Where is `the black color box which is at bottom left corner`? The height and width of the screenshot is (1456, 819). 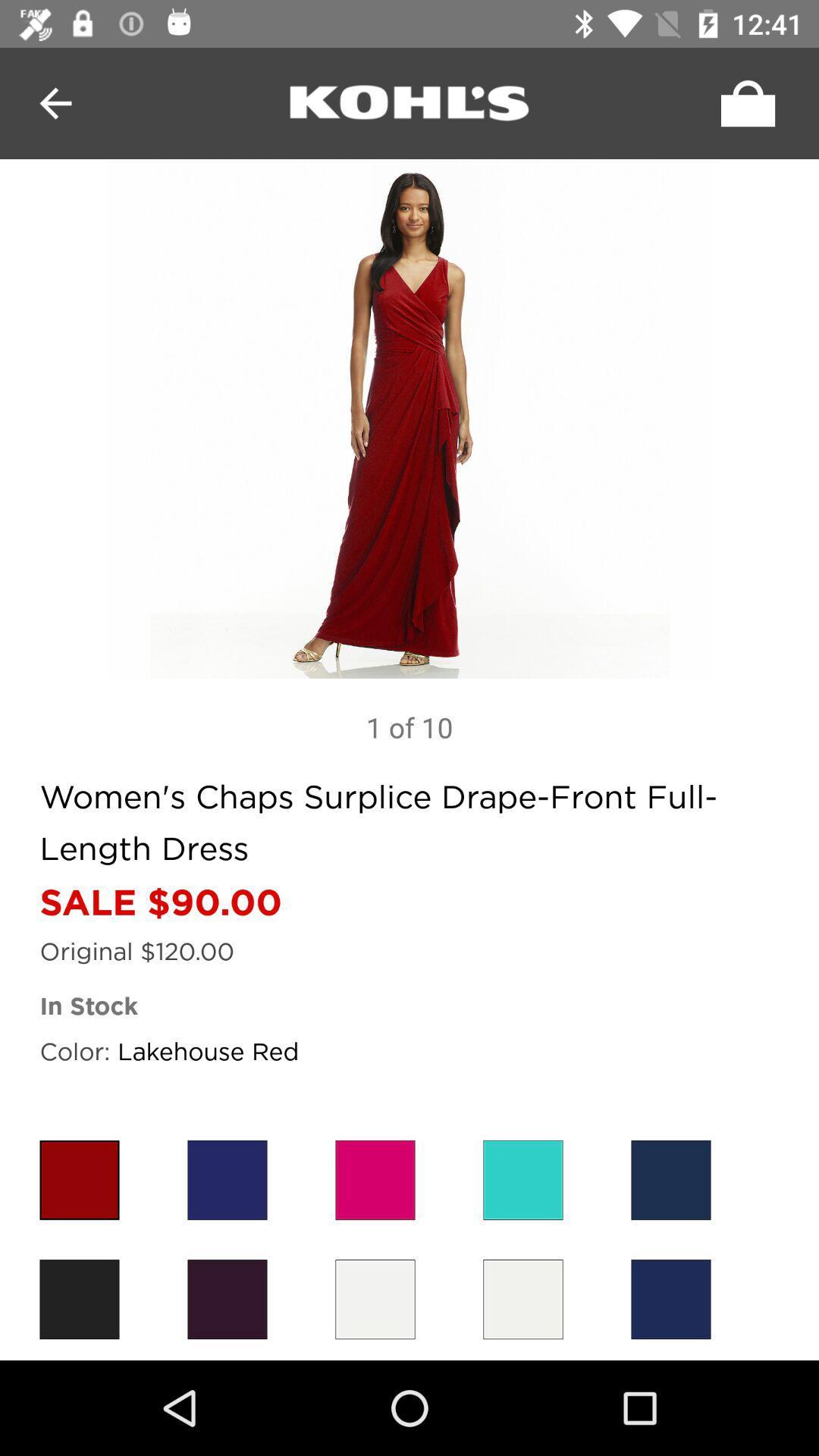
the black color box which is at bottom left corner is located at coordinates (80, 1298).